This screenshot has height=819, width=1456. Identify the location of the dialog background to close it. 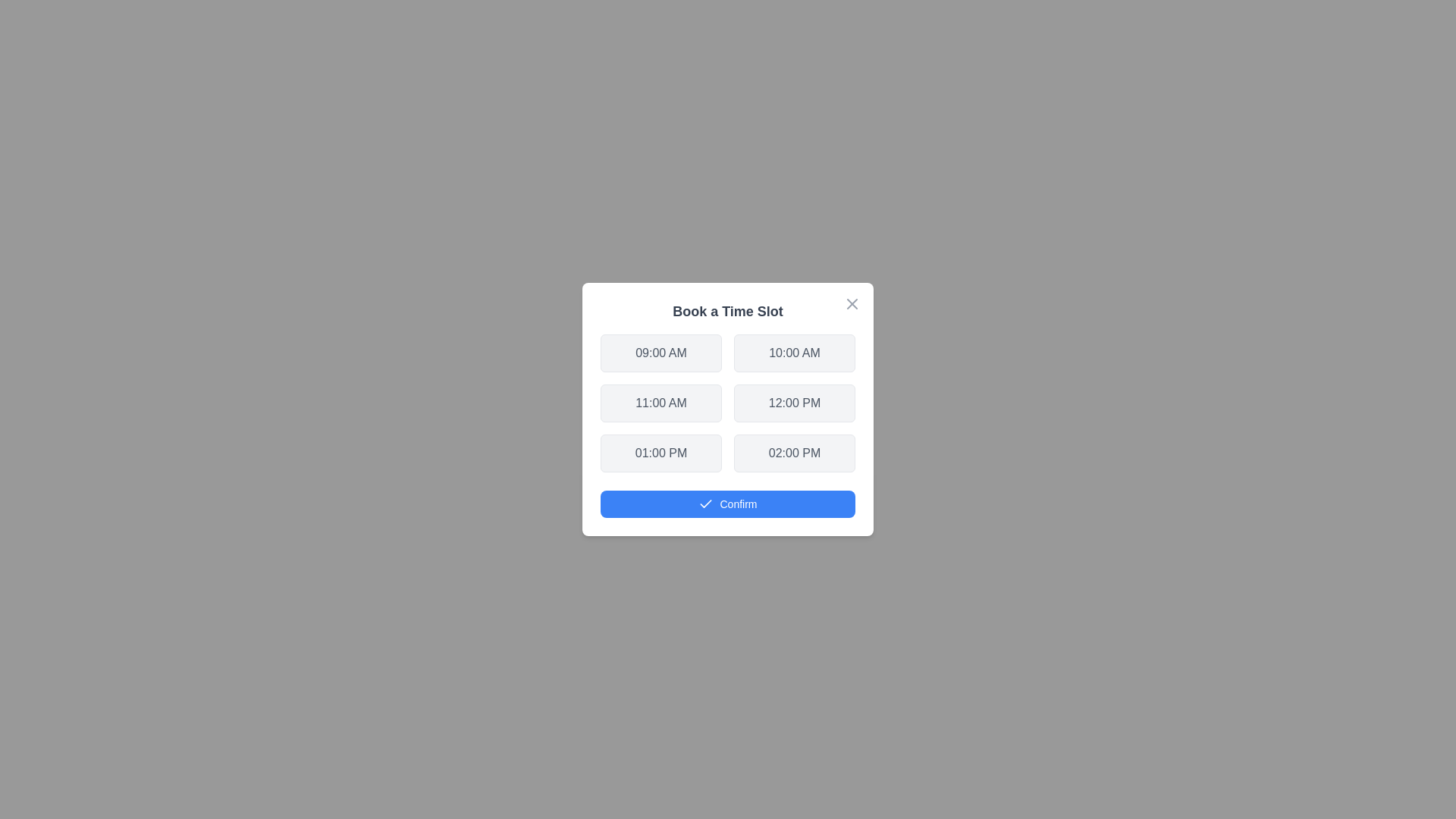
(728, 409).